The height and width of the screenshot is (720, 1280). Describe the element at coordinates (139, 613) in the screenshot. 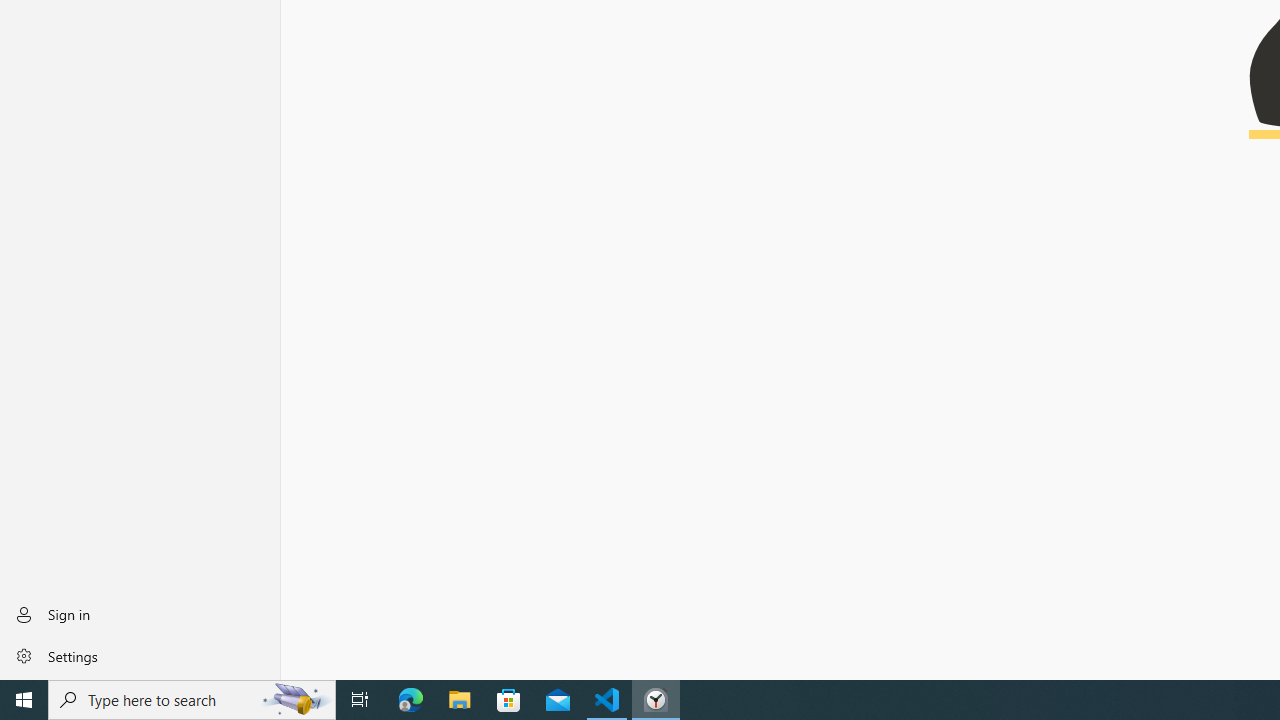

I see `'Sign in'` at that location.